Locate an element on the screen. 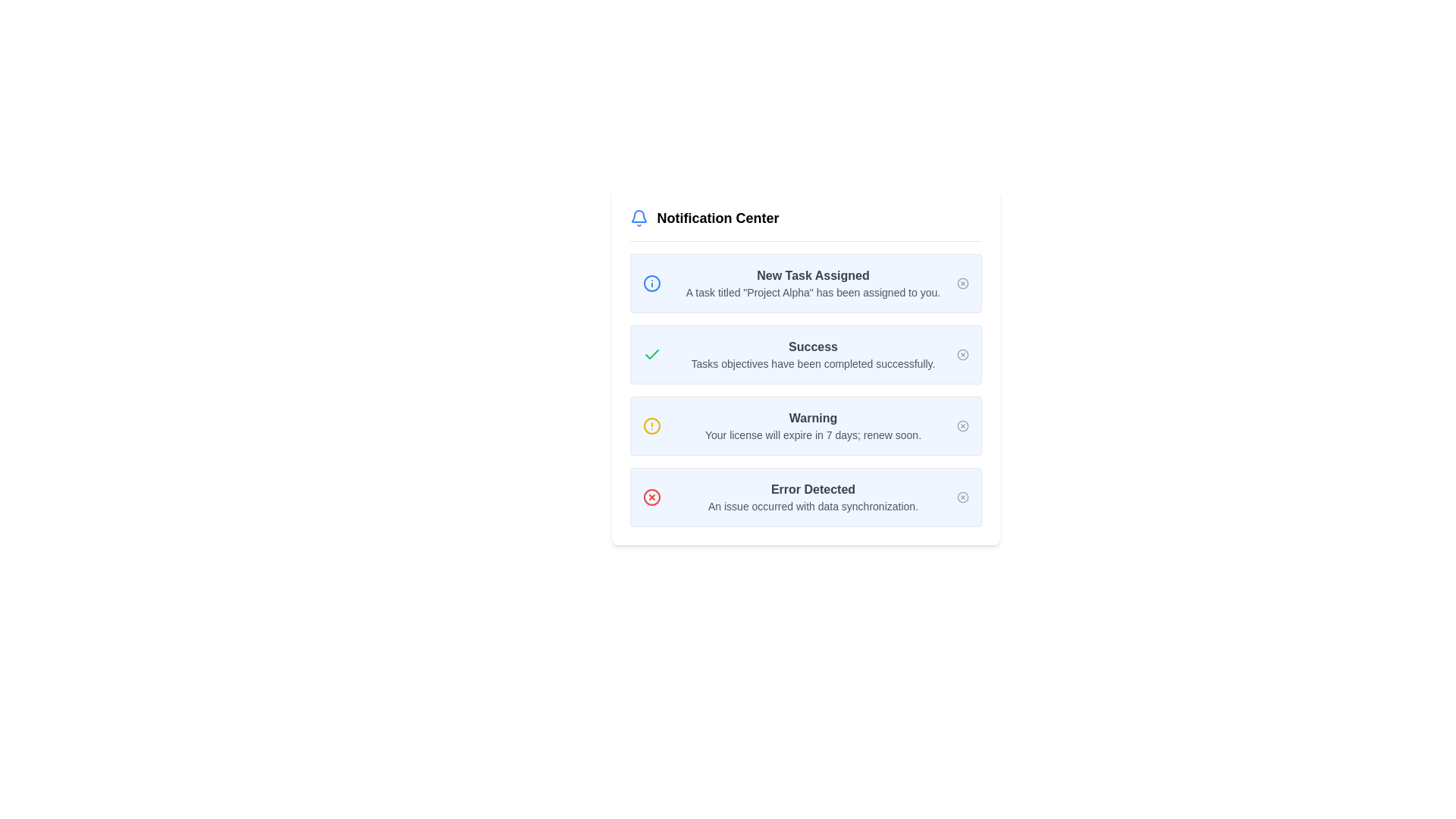 The height and width of the screenshot is (819, 1456). the small circular icon button located at the far-right of the 'Error Detected' notification alert to change its appearance from light gray to red is located at coordinates (962, 497).